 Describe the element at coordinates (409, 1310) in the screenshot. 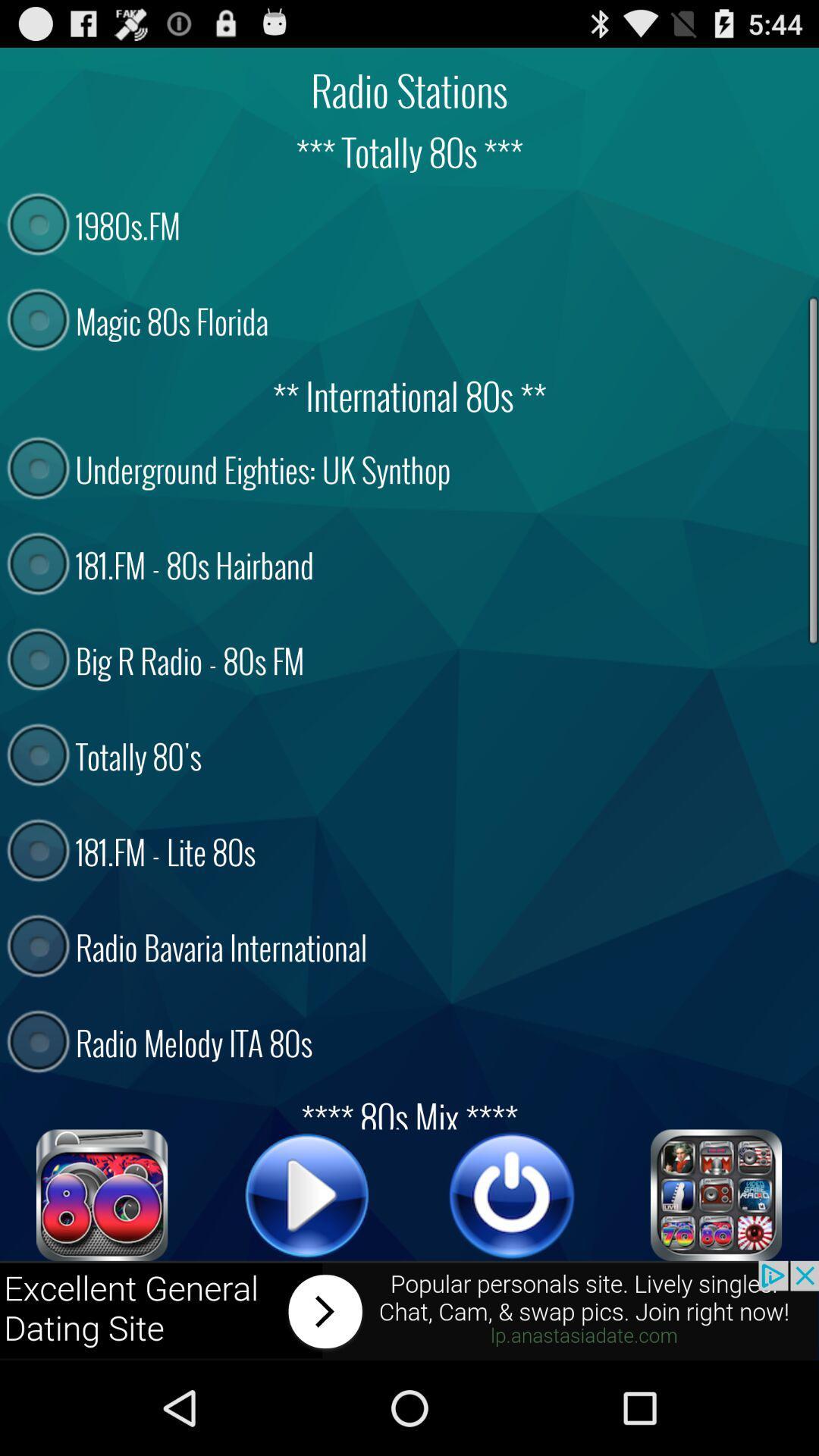

I see `advertisement` at that location.